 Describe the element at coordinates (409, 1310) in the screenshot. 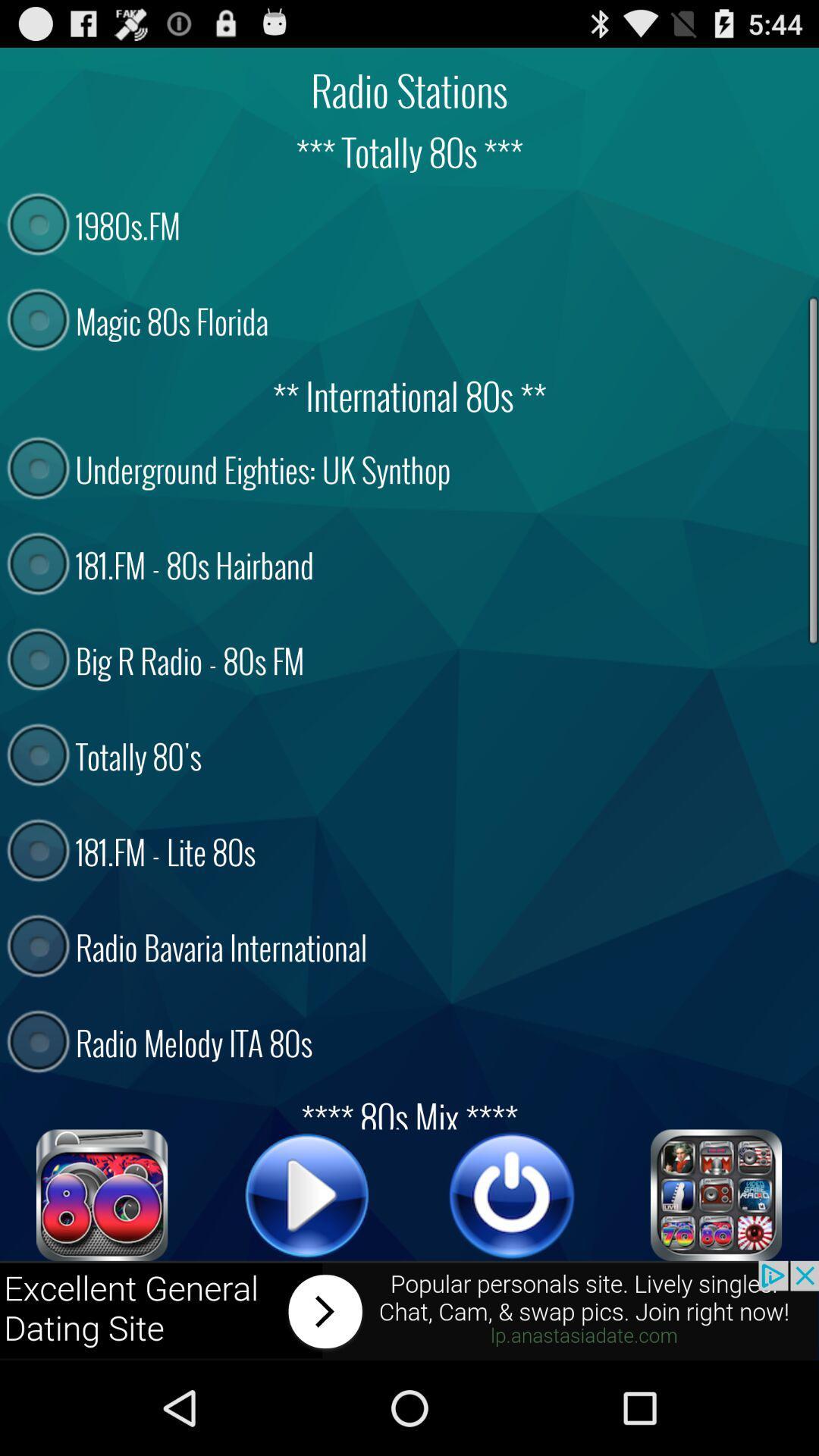

I see `advertisement` at that location.